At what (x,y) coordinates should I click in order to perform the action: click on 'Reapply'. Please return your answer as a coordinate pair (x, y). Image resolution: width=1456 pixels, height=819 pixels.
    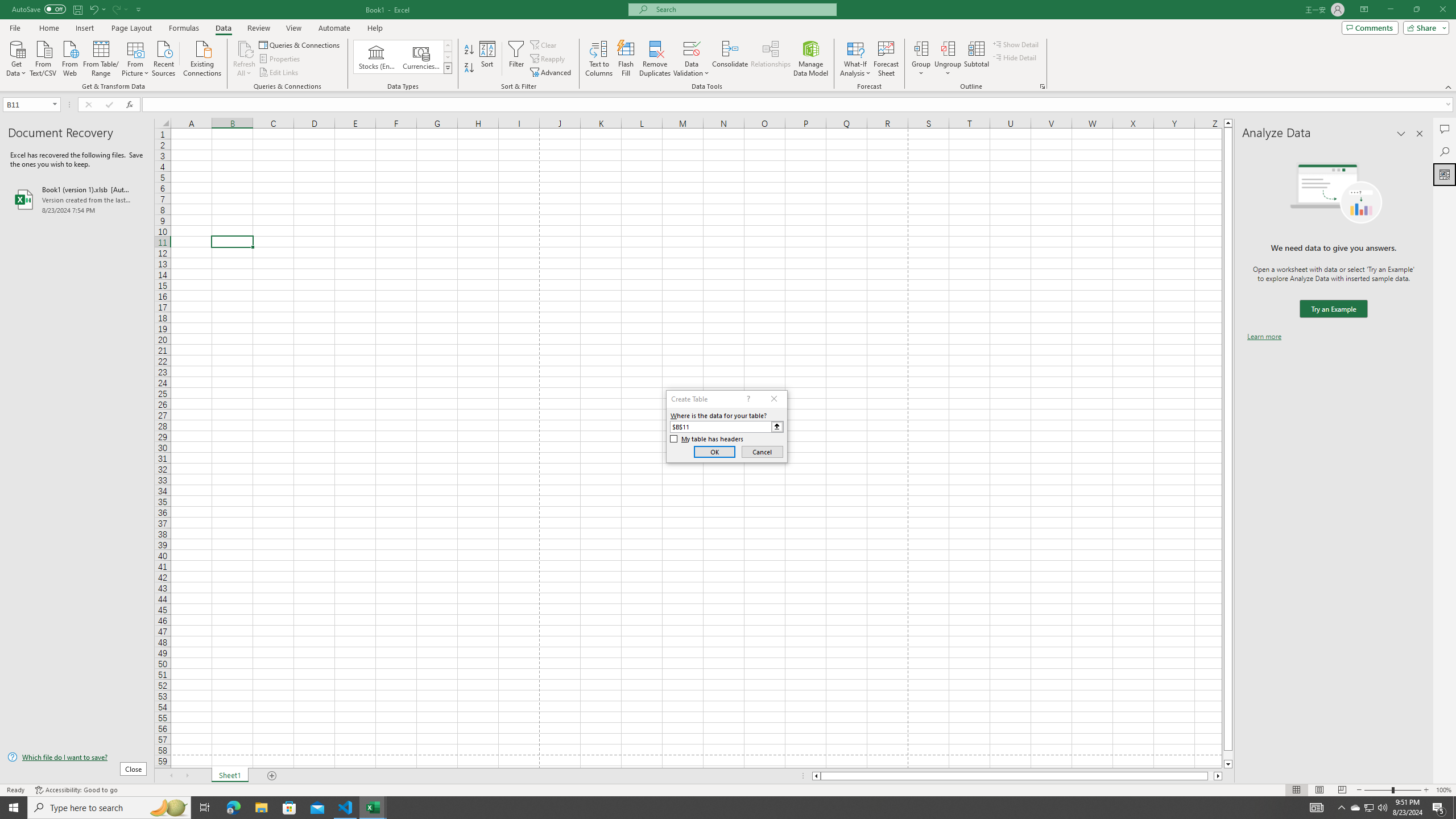
    Looking at the image, I should click on (549, 59).